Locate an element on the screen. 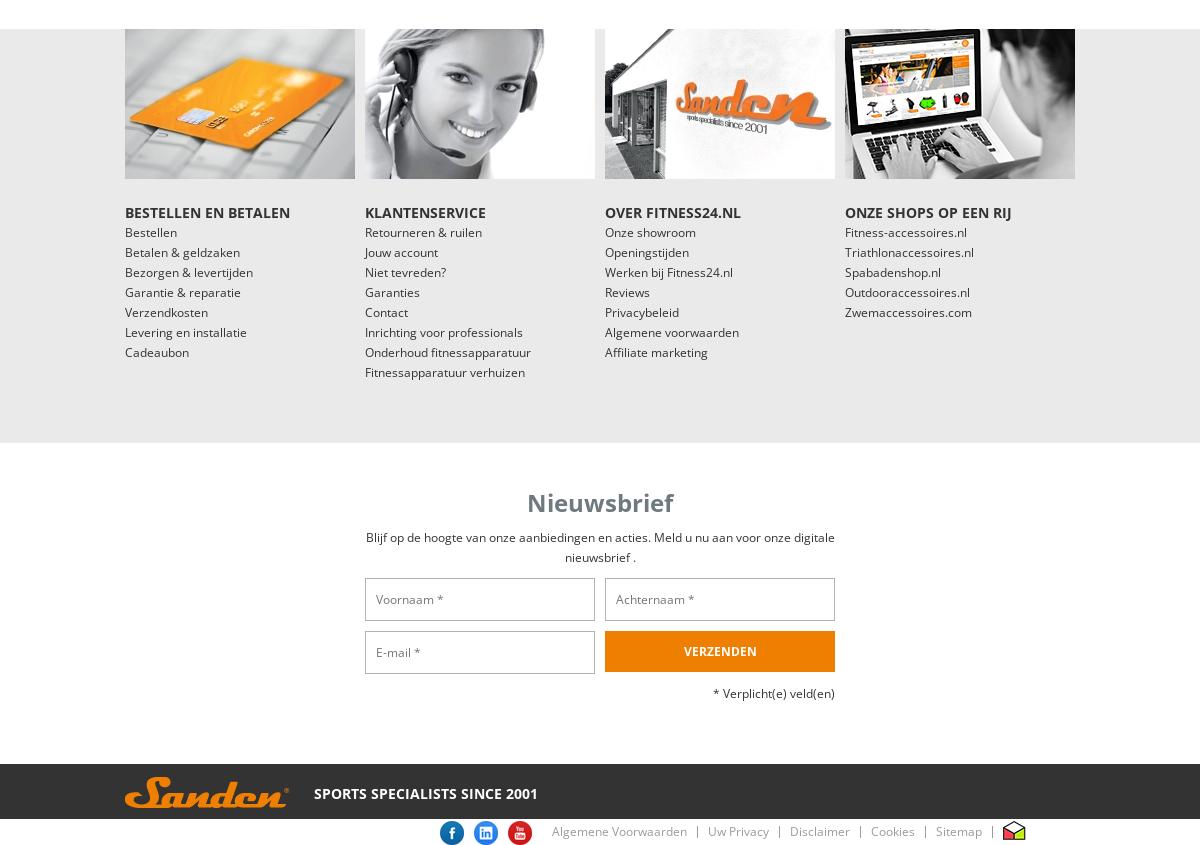 The height and width of the screenshot is (845, 1200). '* Verplicht(e) veld(en)' is located at coordinates (773, 692).